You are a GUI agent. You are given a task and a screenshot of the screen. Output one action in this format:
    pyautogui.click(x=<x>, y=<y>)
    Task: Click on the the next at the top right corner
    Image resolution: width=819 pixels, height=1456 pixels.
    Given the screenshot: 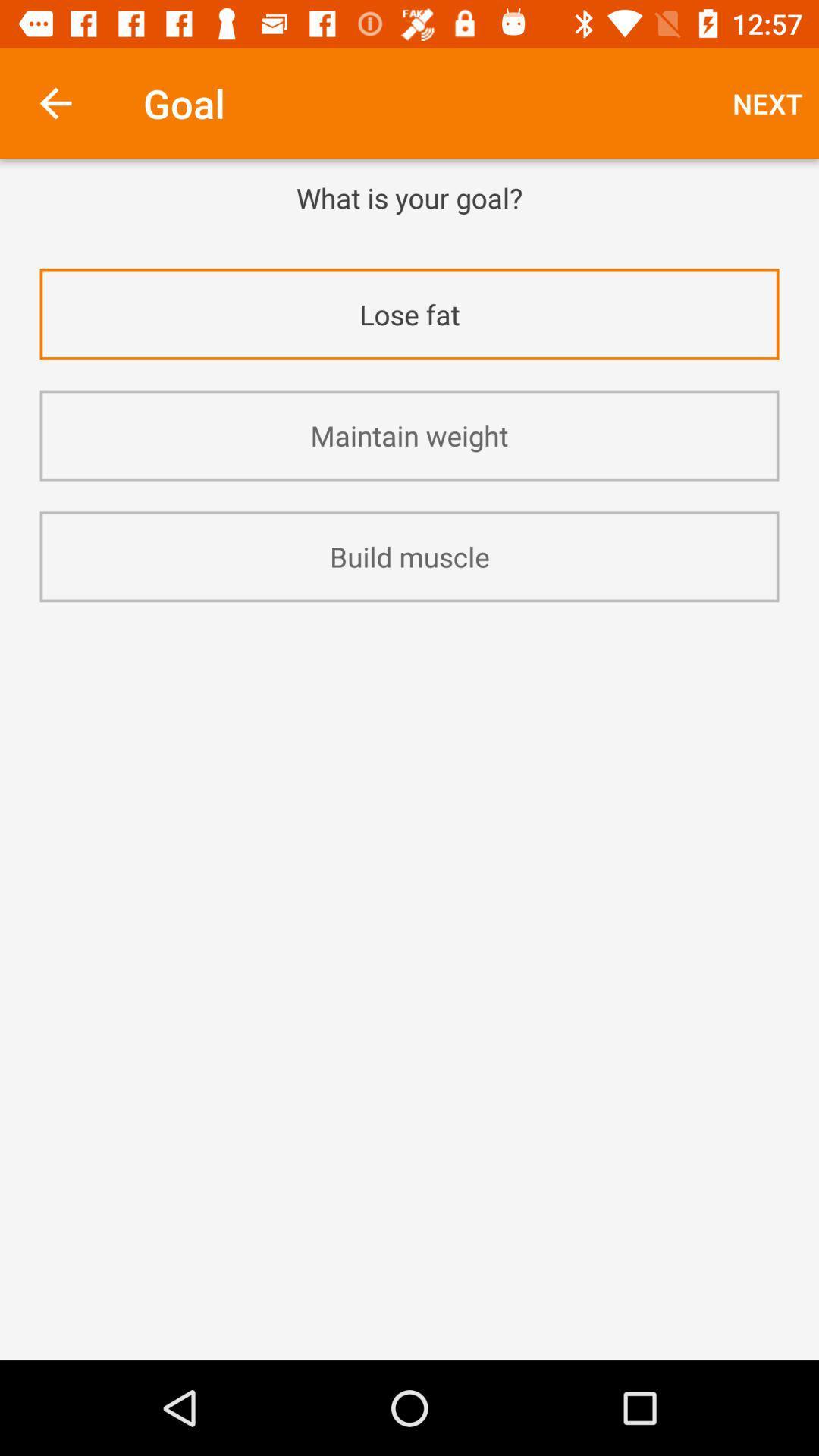 What is the action you would take?
    pyautogui.click(x=767, y=102)
    